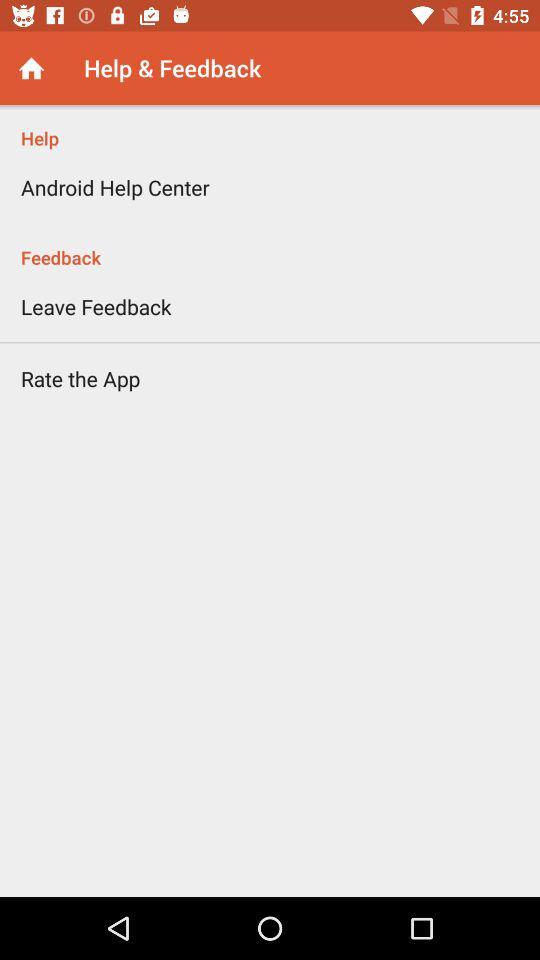  Describe the element at coordinates (79, 377) in the screenshot. I see `rate the app` at that location.